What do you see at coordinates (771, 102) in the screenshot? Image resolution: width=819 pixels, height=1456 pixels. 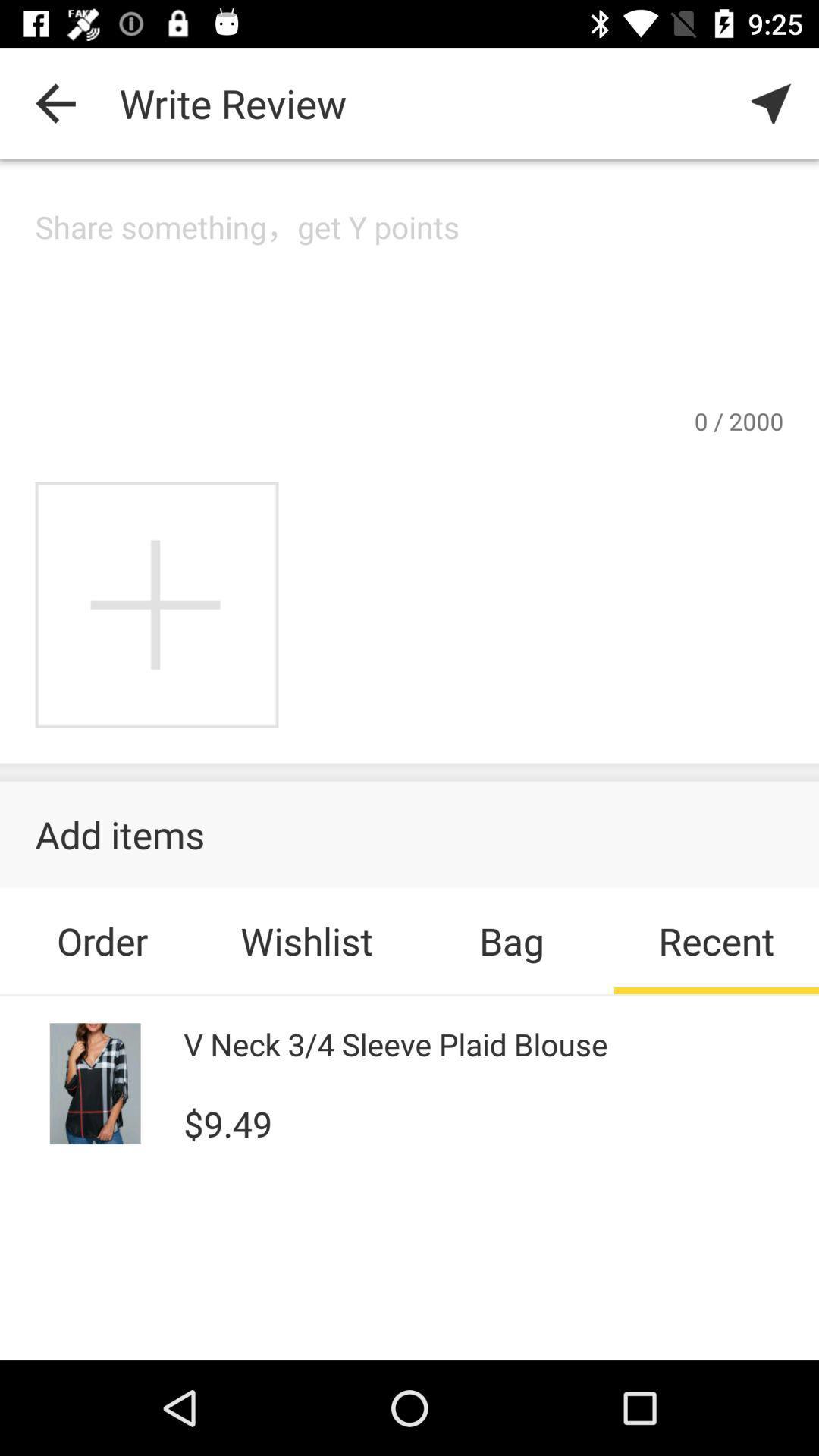 I see `app to the right of write review app` at bounding box center [771, 102].